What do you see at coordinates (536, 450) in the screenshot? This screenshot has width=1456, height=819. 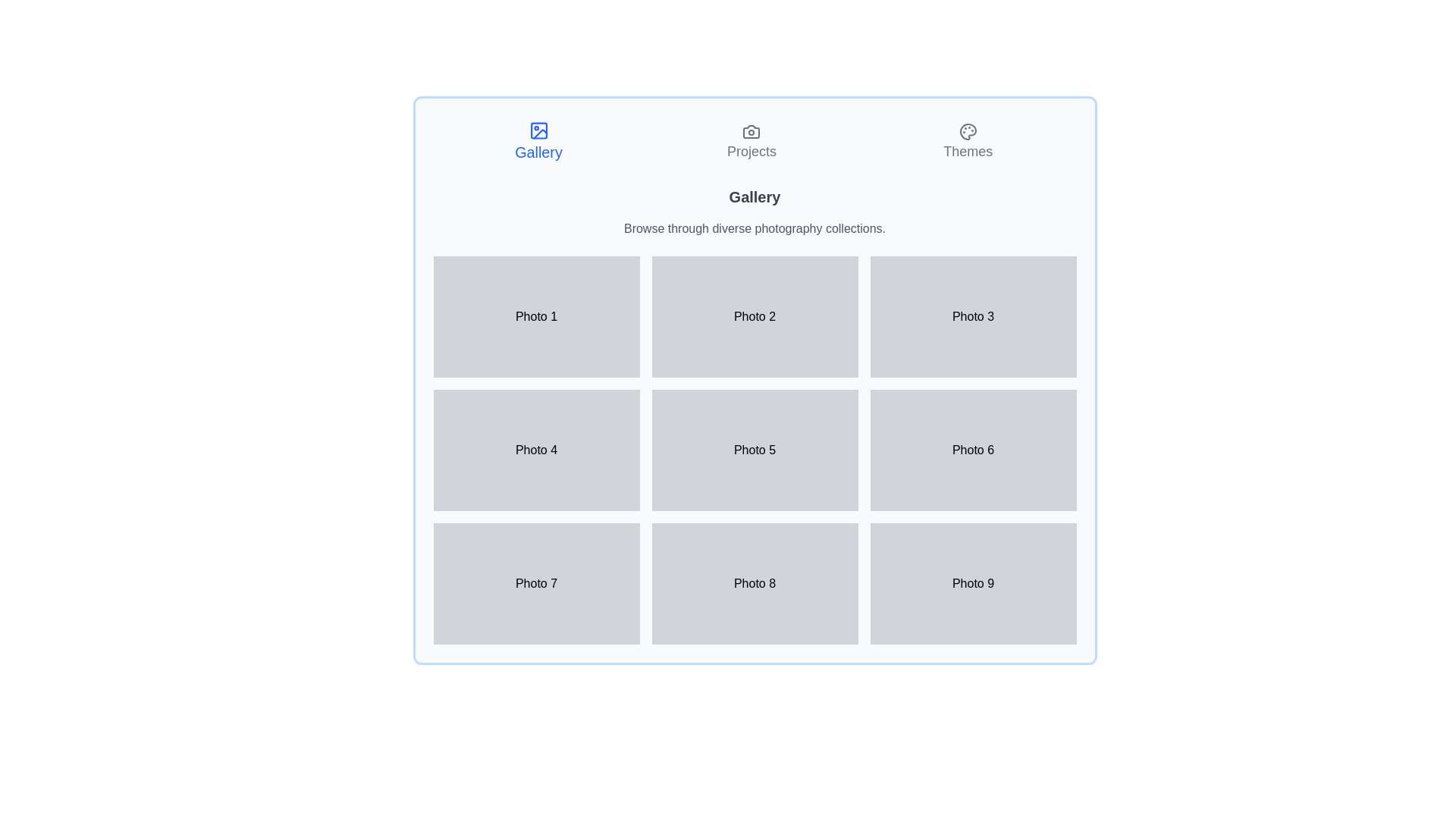 I see `the static label indicating 'Photo 4', which is located in the second row and first column of a 3x3 grid layout, positioned below 'Photo 1' and to the left of 'Photo 5'` at bounding box center [536, 450].